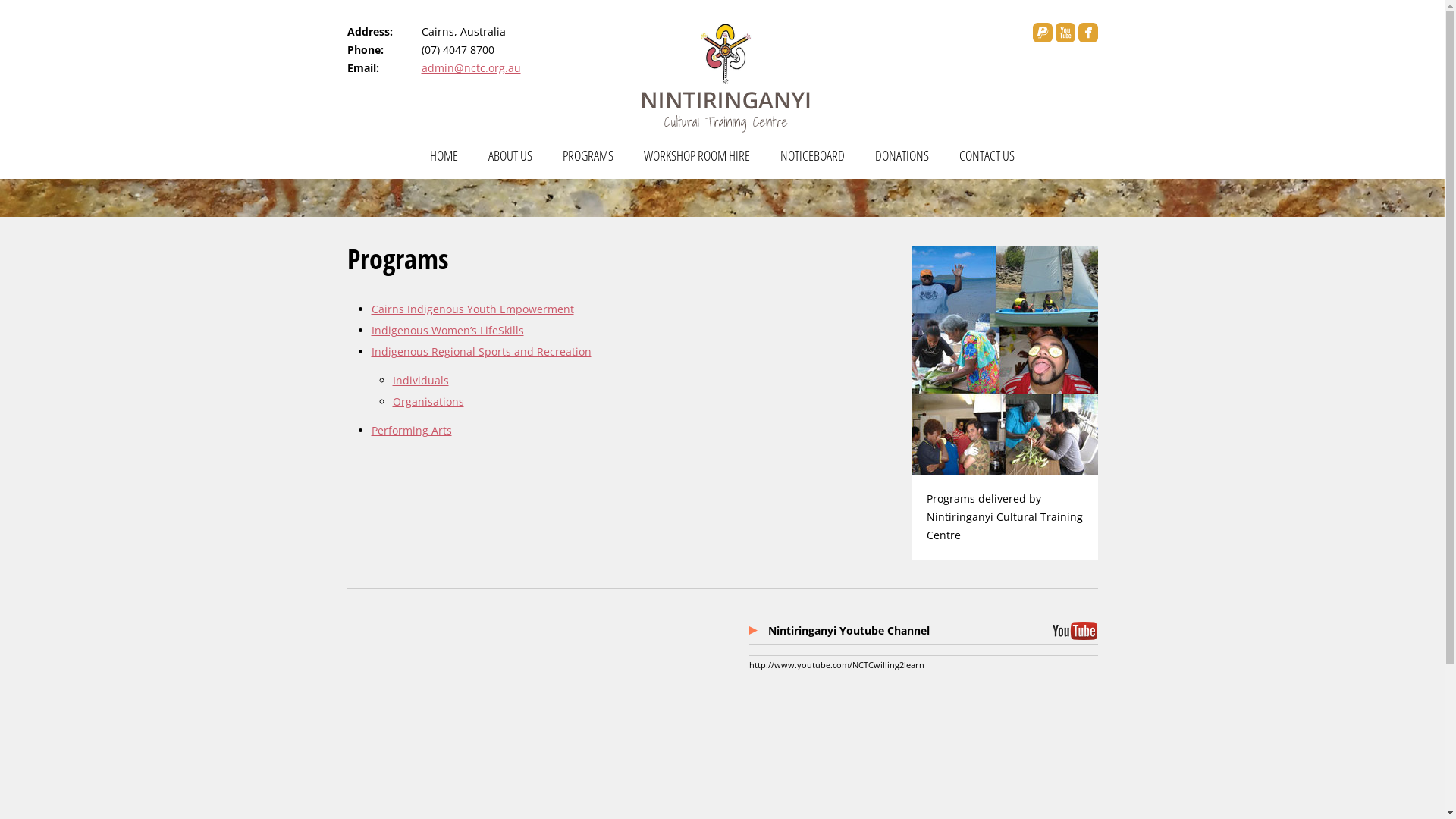 This screenshot has height=819, width=1456. Describe the element at coordinates (470, 67) in the screenshot. I see `'admin@nctc.org.au'` at that location.